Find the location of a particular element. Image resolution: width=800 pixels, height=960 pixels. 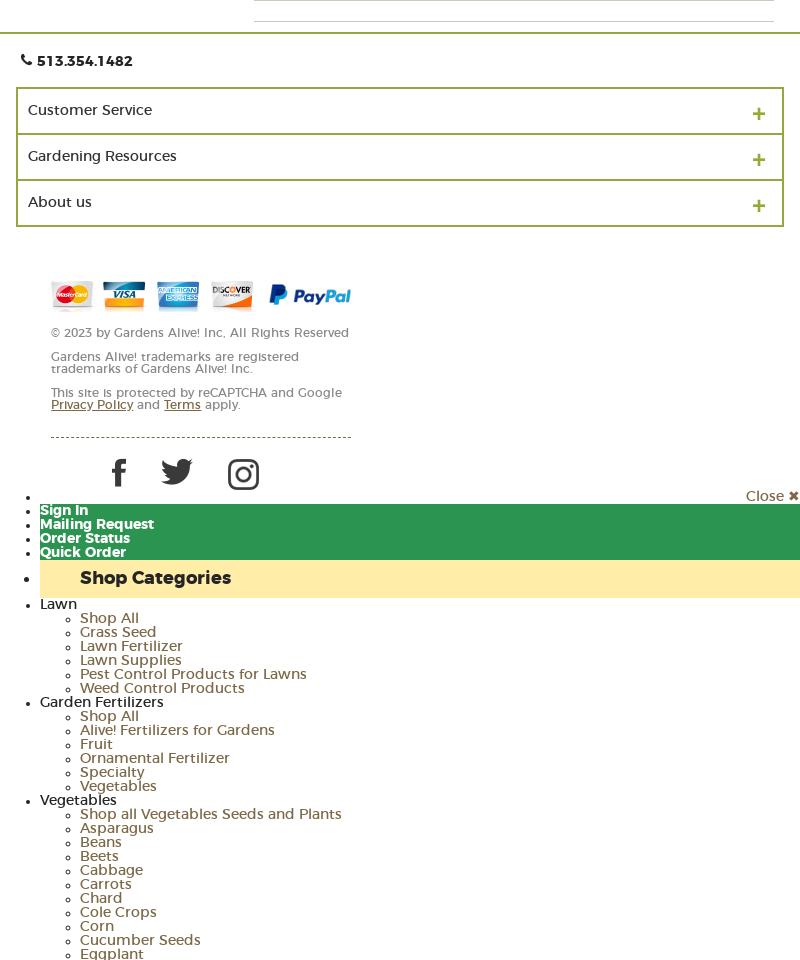

'Quick Order' is located at coordinates (83, 552).